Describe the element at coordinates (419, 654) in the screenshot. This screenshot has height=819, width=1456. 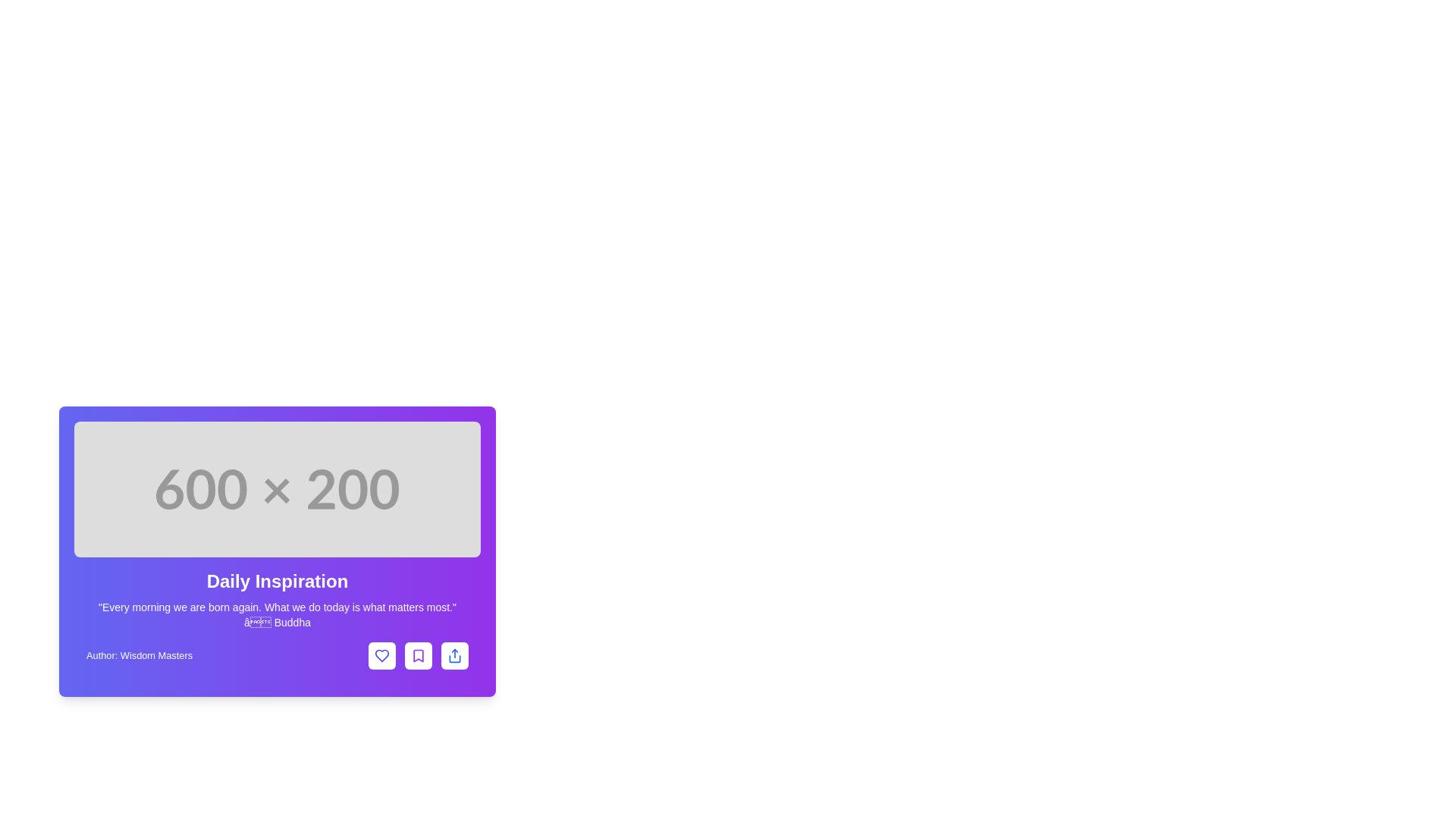
I see `the purple bookmark button with rounded corners located at the bottom-right section of the interface card, following the text 'Author: Wisdom Masters', to bookmark the item` at that location.